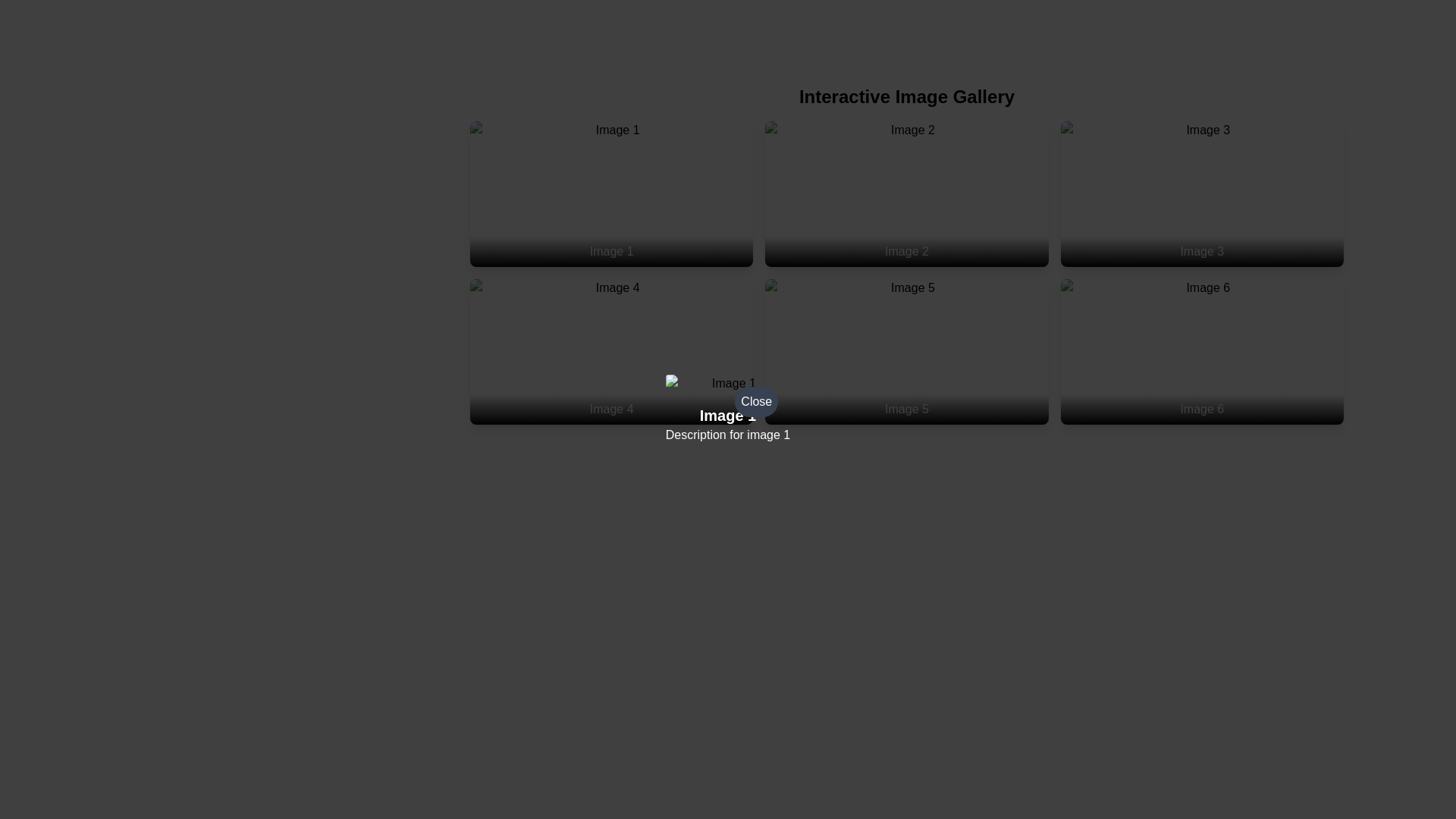 Image resolution: width=1456 pixels, height=819 pixels. I want to click on the close button located in the top-right corner of the modal to hide the modal that displays detailed information about an image, so click(728, 409).